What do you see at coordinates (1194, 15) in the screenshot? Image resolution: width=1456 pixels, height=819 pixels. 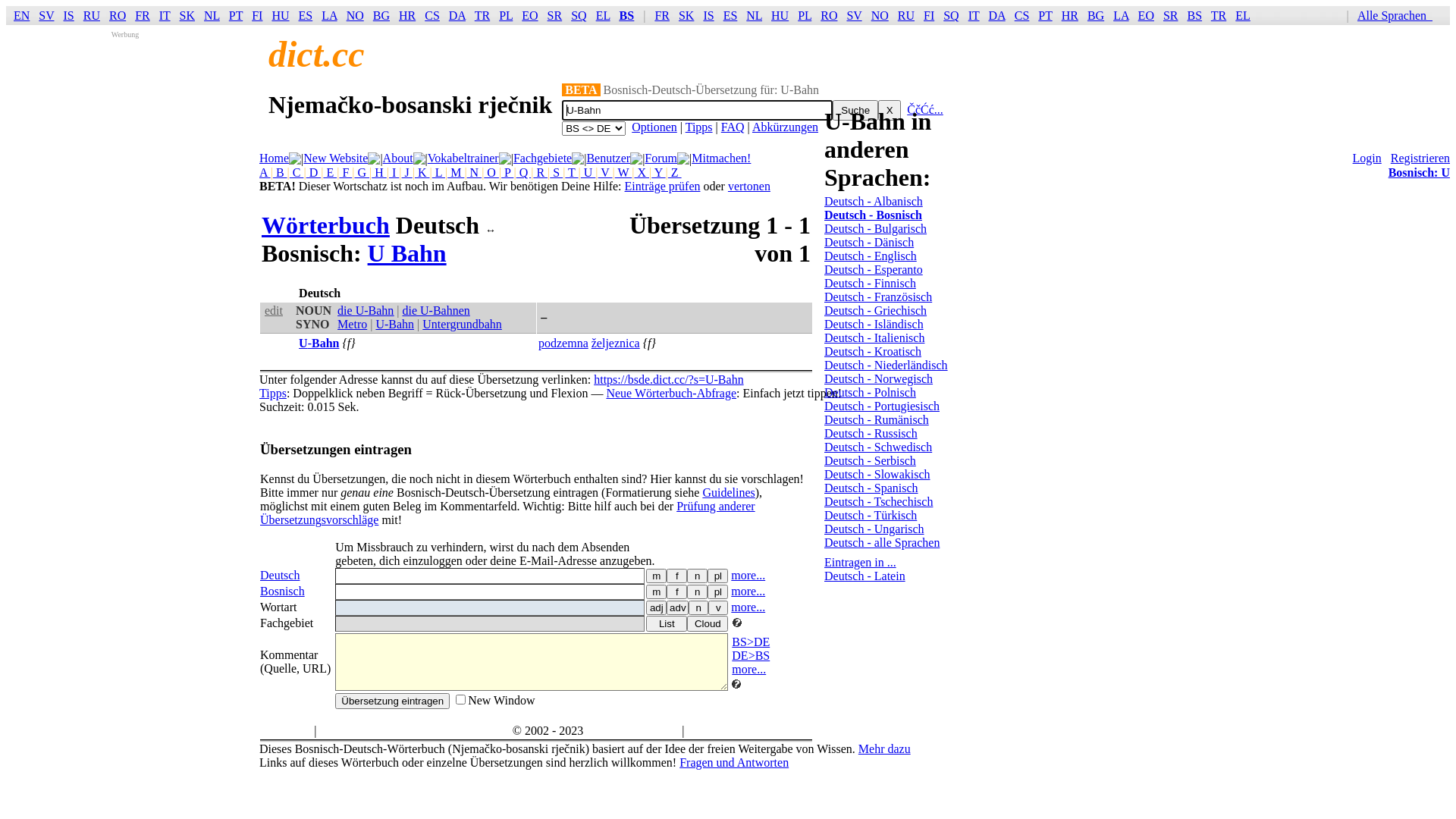 I see `'BS'` at bounding box center [1194, 15].